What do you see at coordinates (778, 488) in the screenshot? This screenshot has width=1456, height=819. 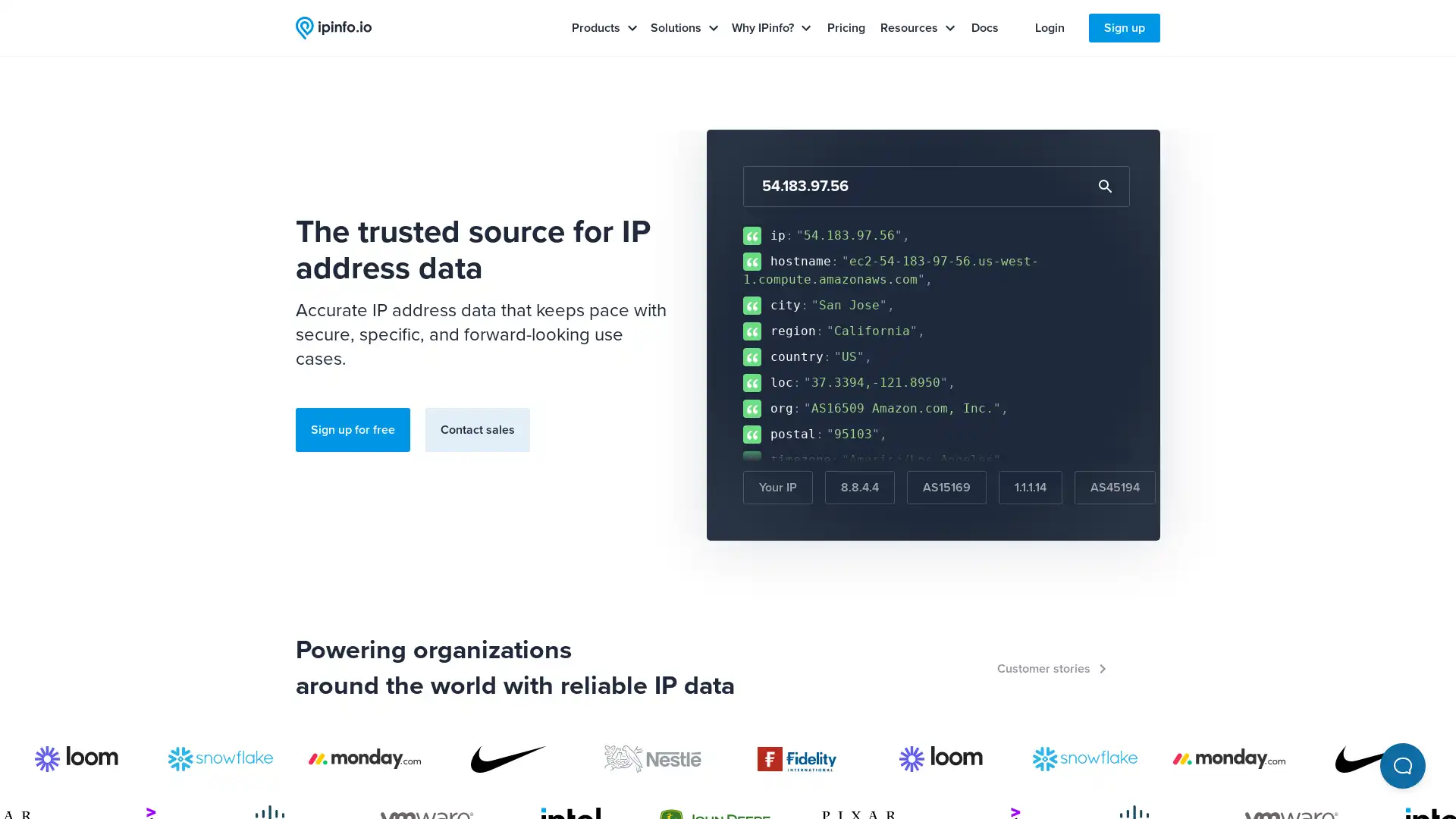 I see `Your IP` at bounding box center [778, 488].